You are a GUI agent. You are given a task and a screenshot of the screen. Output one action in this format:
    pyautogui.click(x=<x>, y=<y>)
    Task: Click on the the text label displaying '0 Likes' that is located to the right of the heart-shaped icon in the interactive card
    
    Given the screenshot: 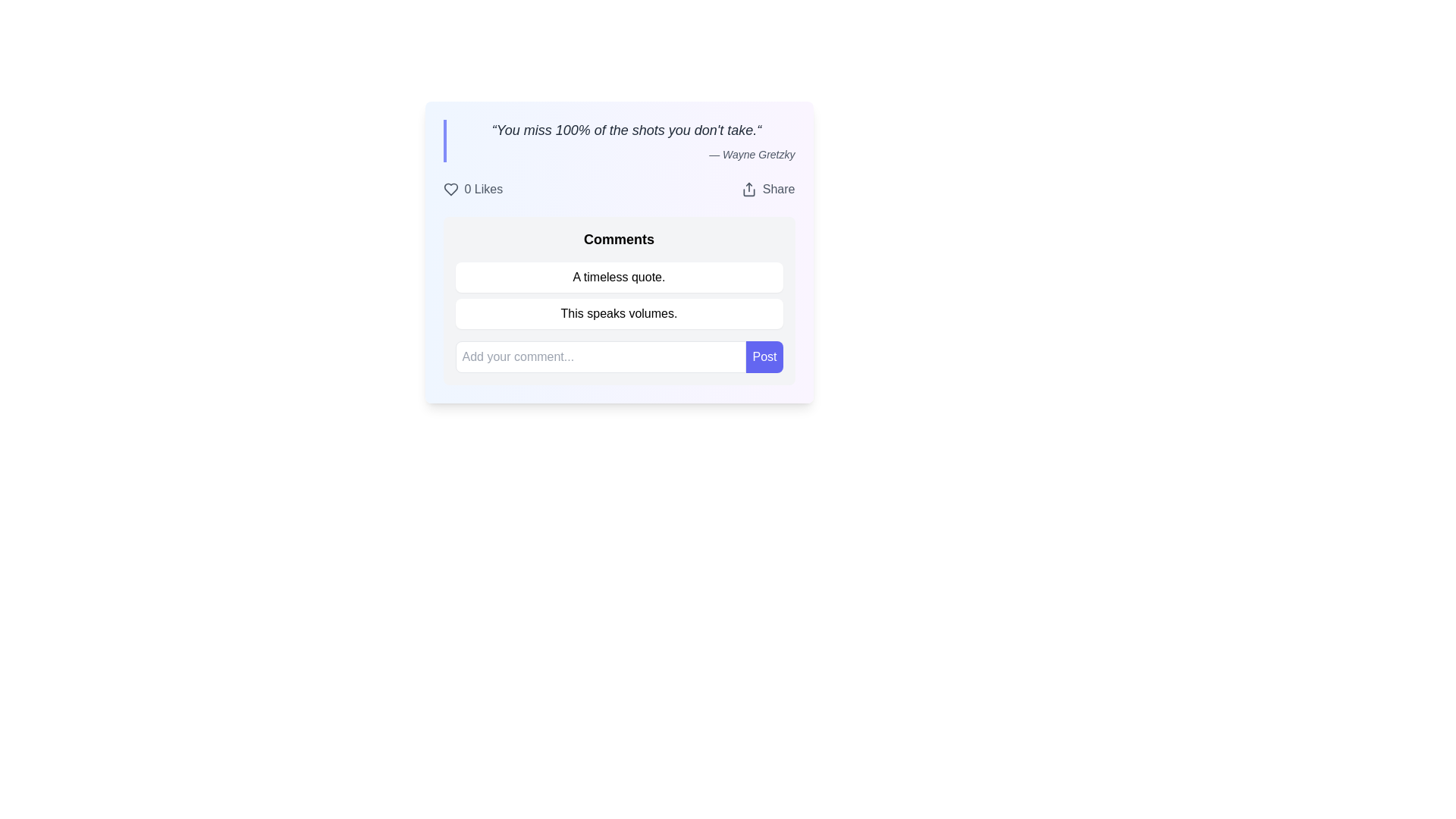 What is the action you would take?
    pyautogui.click(x=482, y=189)
    